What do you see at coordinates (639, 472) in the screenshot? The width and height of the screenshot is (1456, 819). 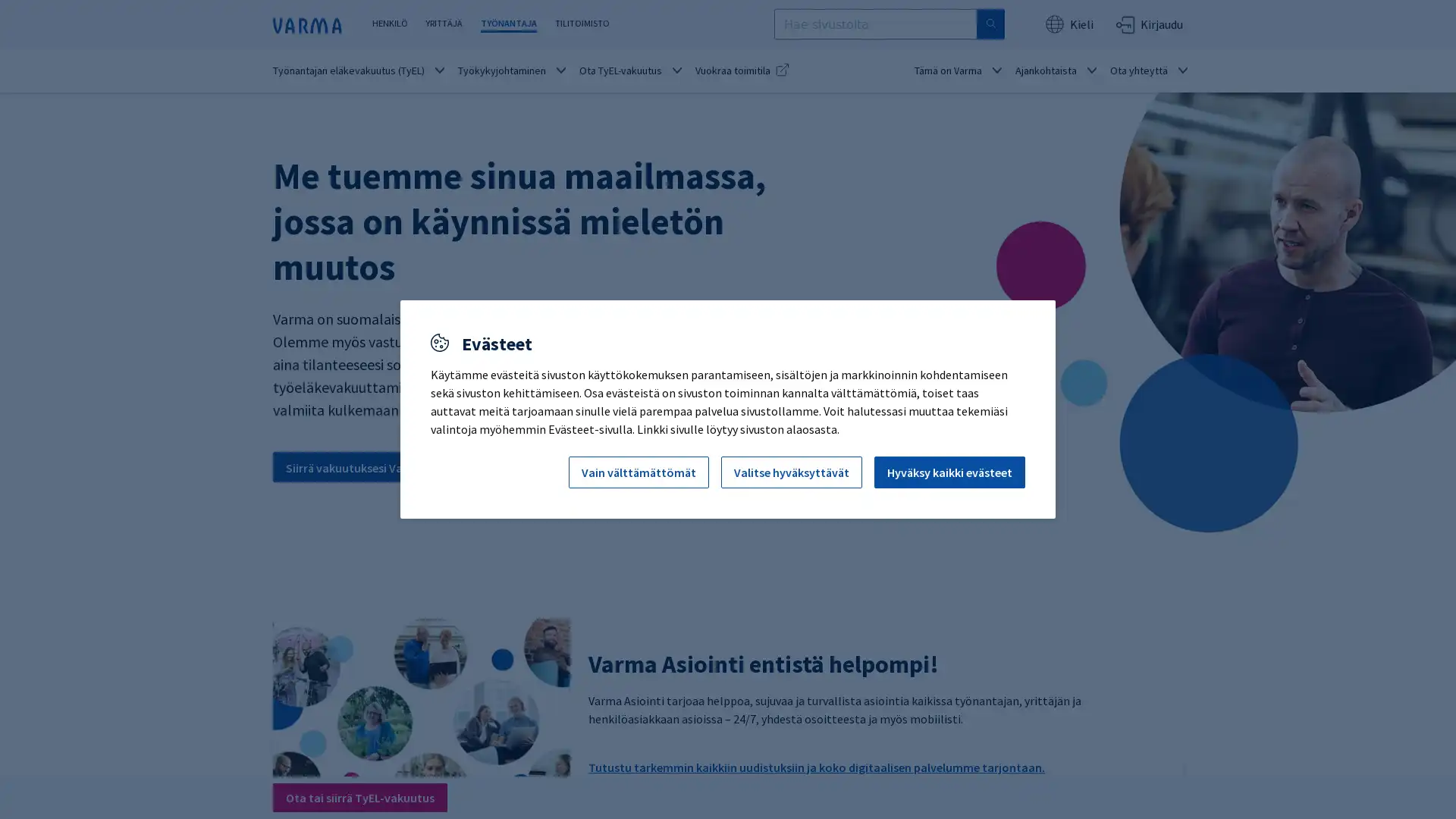 I see `Vain valttamattomat` at bounding box center [639, 472].